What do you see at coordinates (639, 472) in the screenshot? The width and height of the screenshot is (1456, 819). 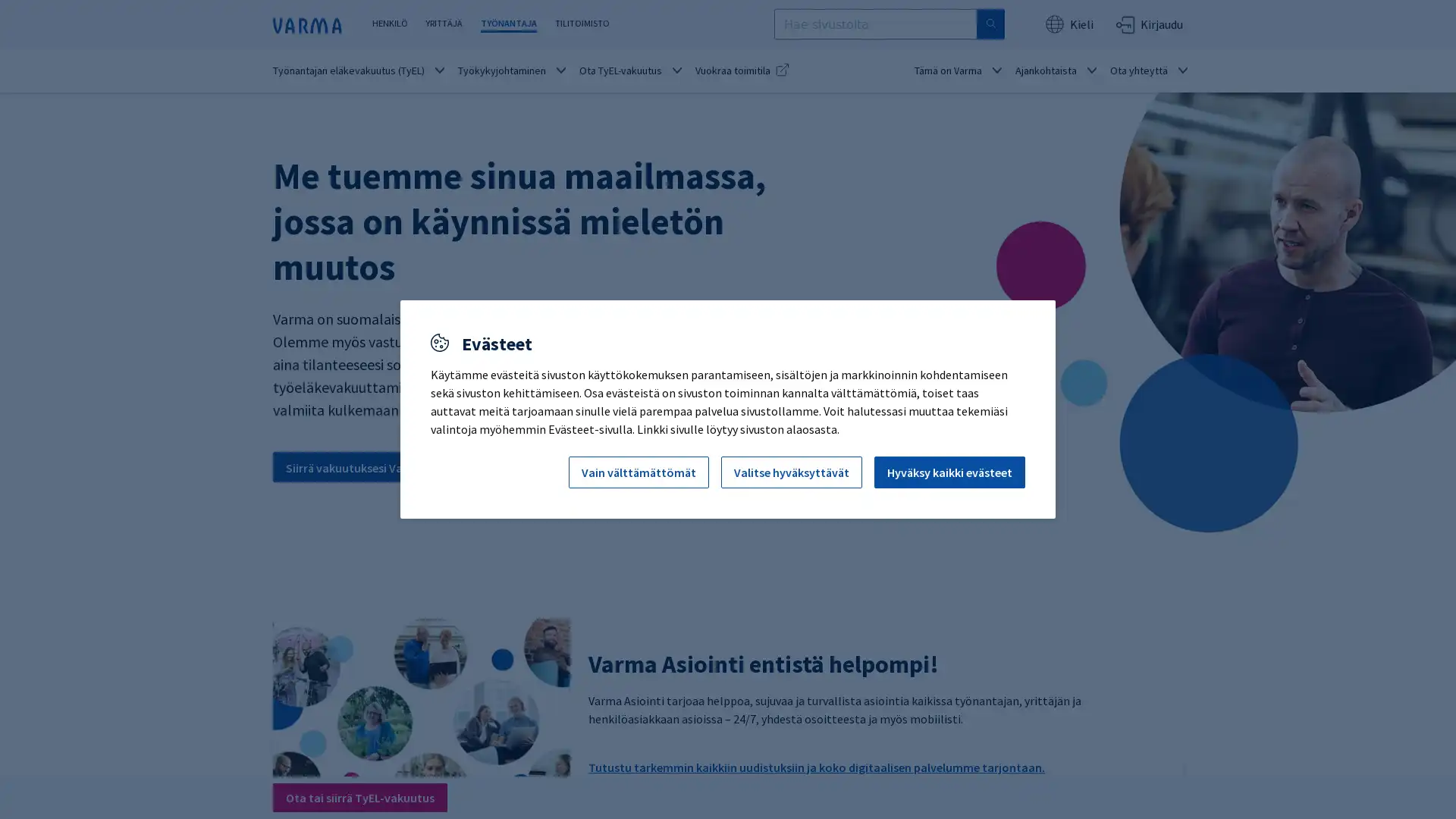 I see `Vain valttamattomat` at bounding box center [639, 472].